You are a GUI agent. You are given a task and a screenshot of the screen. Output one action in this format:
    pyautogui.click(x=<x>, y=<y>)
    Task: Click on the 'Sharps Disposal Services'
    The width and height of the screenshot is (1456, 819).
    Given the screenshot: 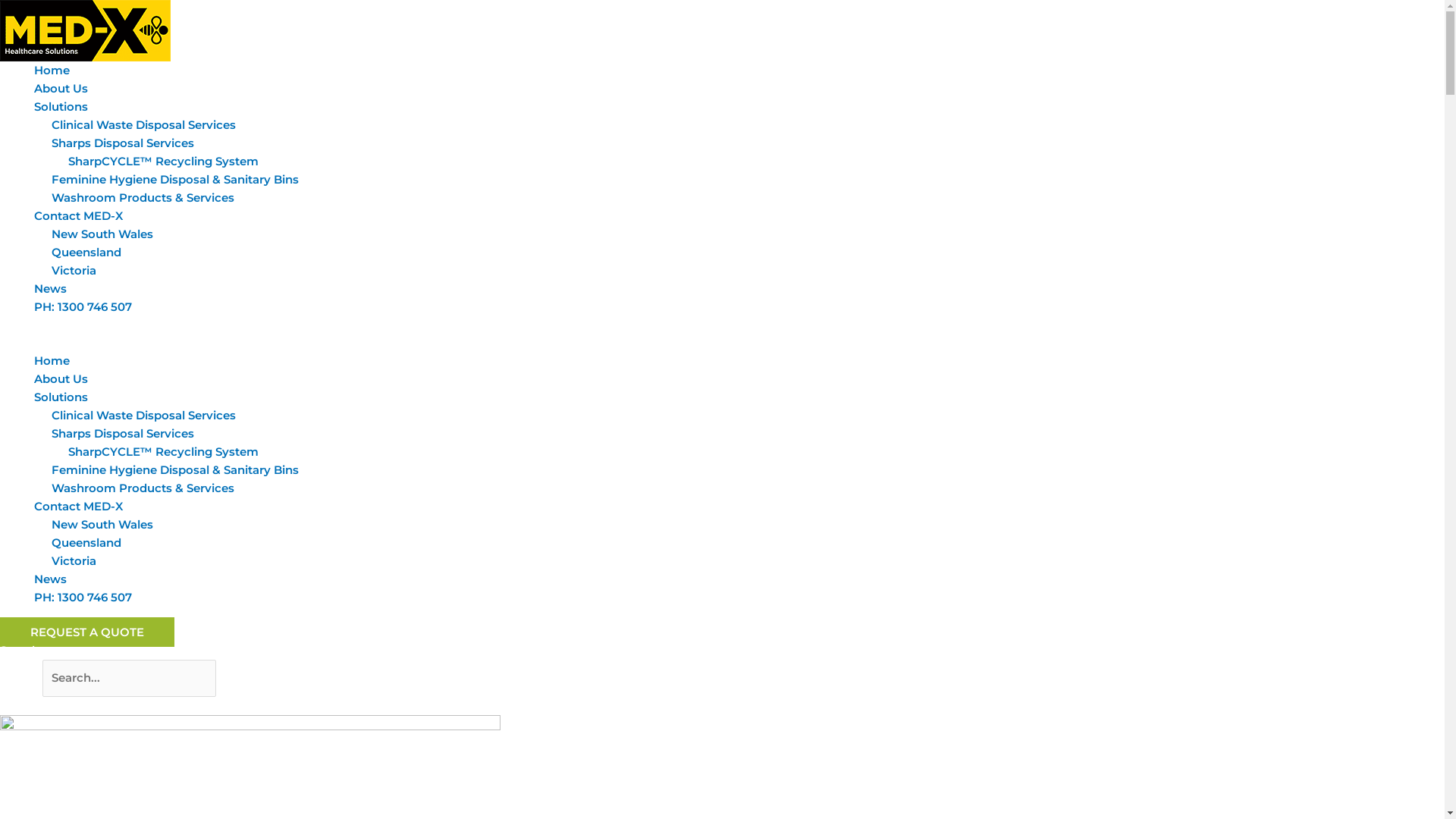 What is the action you would take?
    pyautogui.click(x=123, y=433)
    